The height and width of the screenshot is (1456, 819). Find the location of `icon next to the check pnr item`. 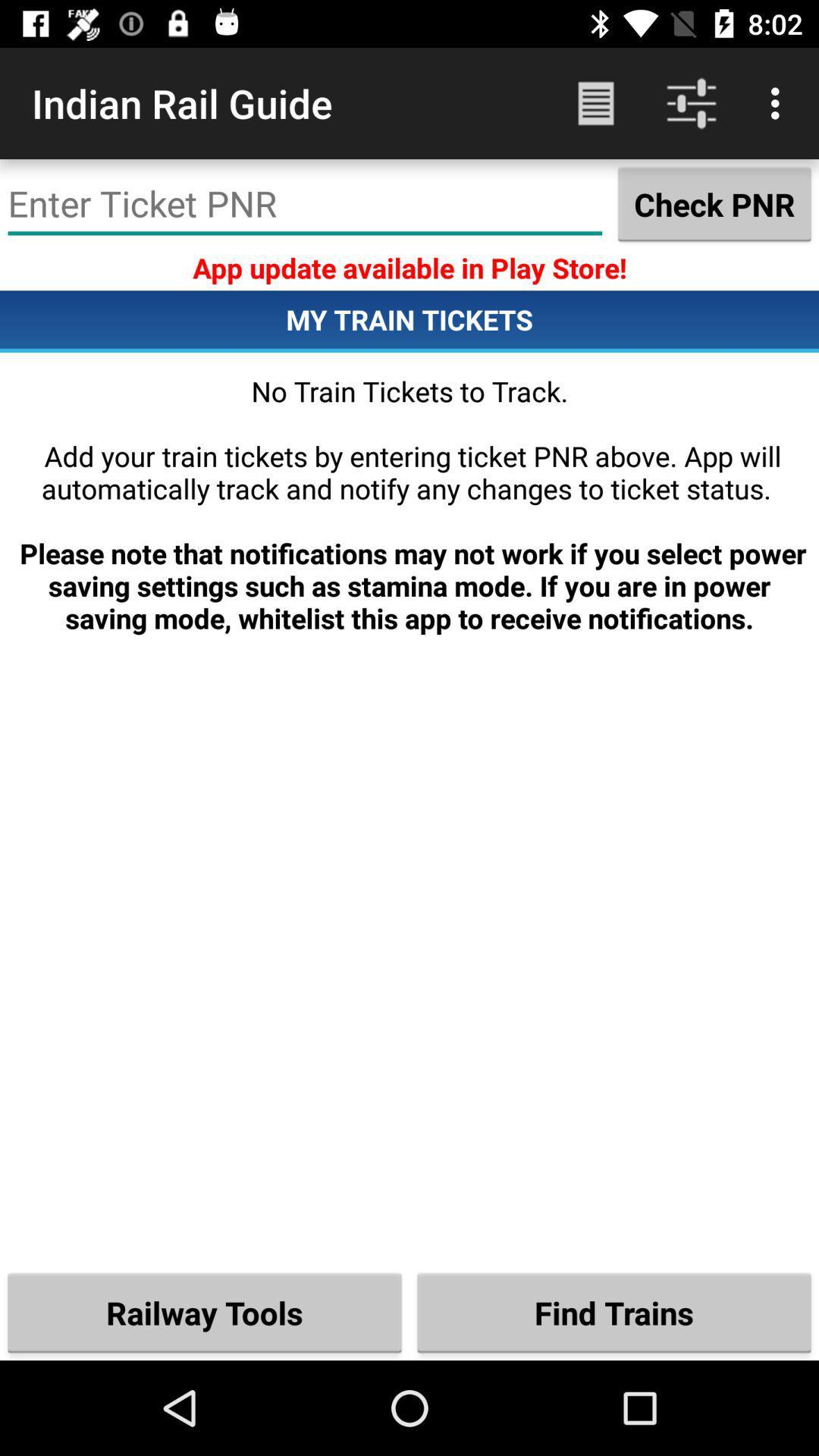

icon next to the check pnr item is located at coordinates (305, 203).